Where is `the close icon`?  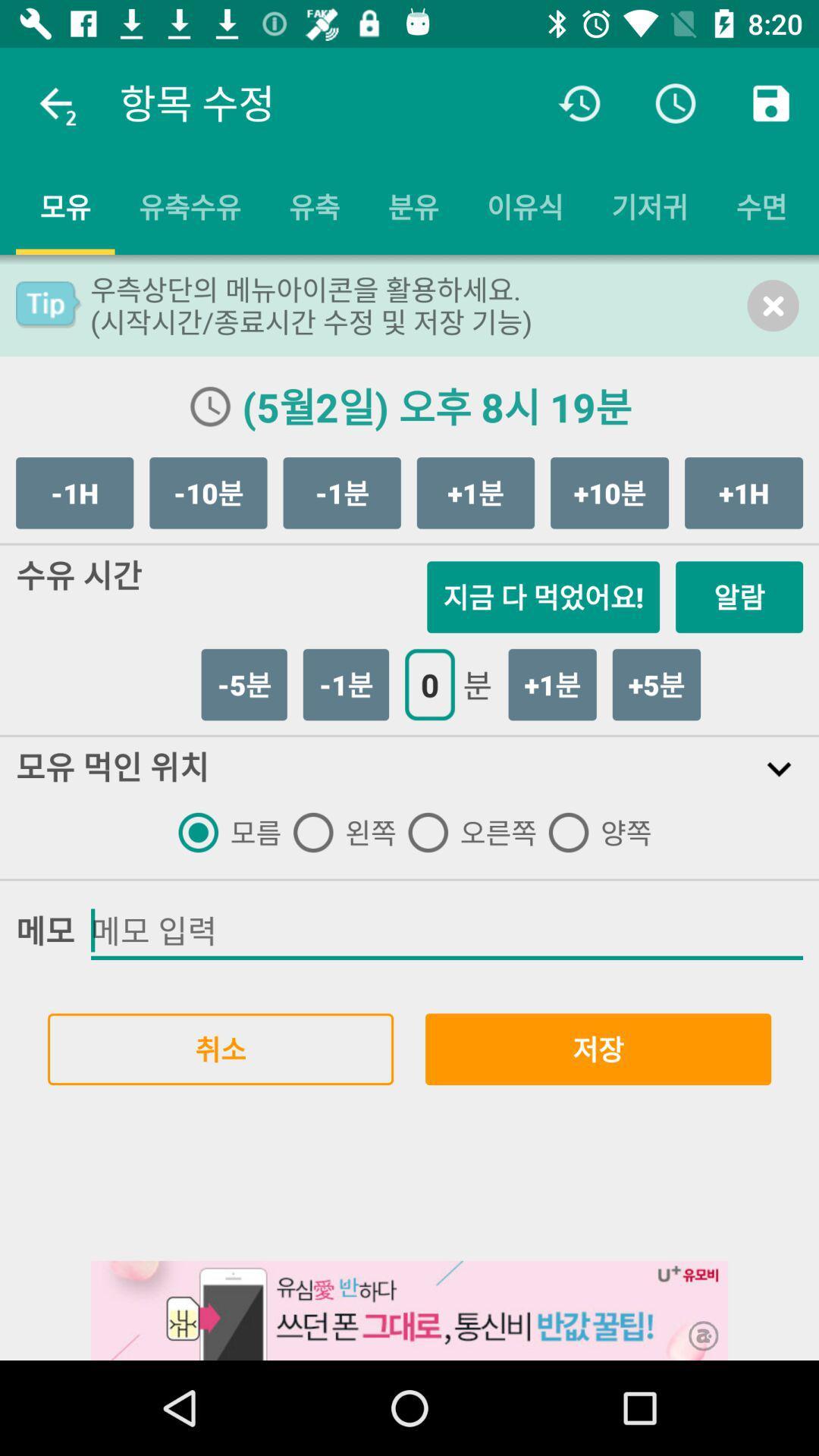 the close icon is located at coordinates (773, 305).